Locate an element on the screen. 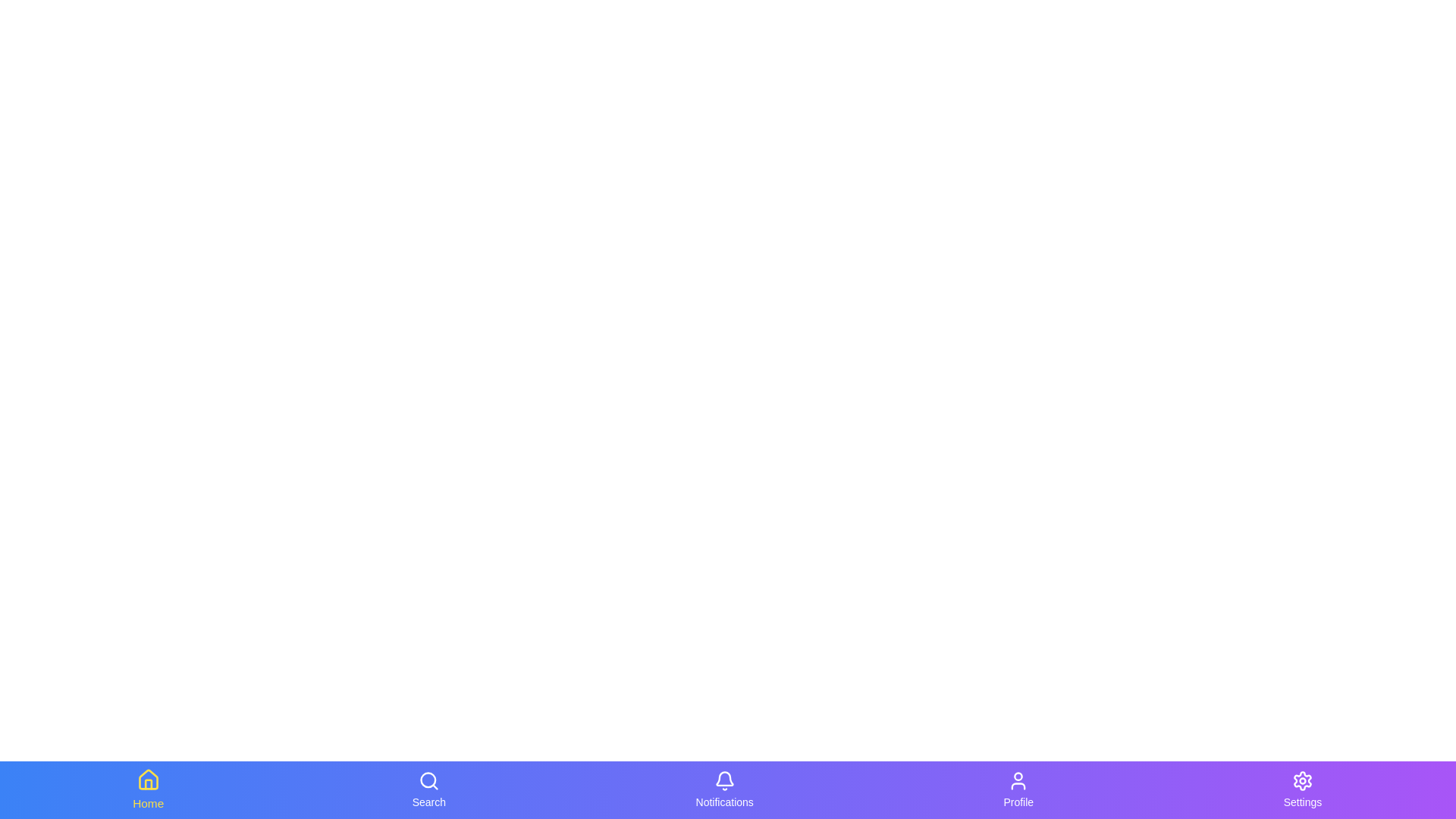  the Search navigation tab is located at coordinates (428, 789).